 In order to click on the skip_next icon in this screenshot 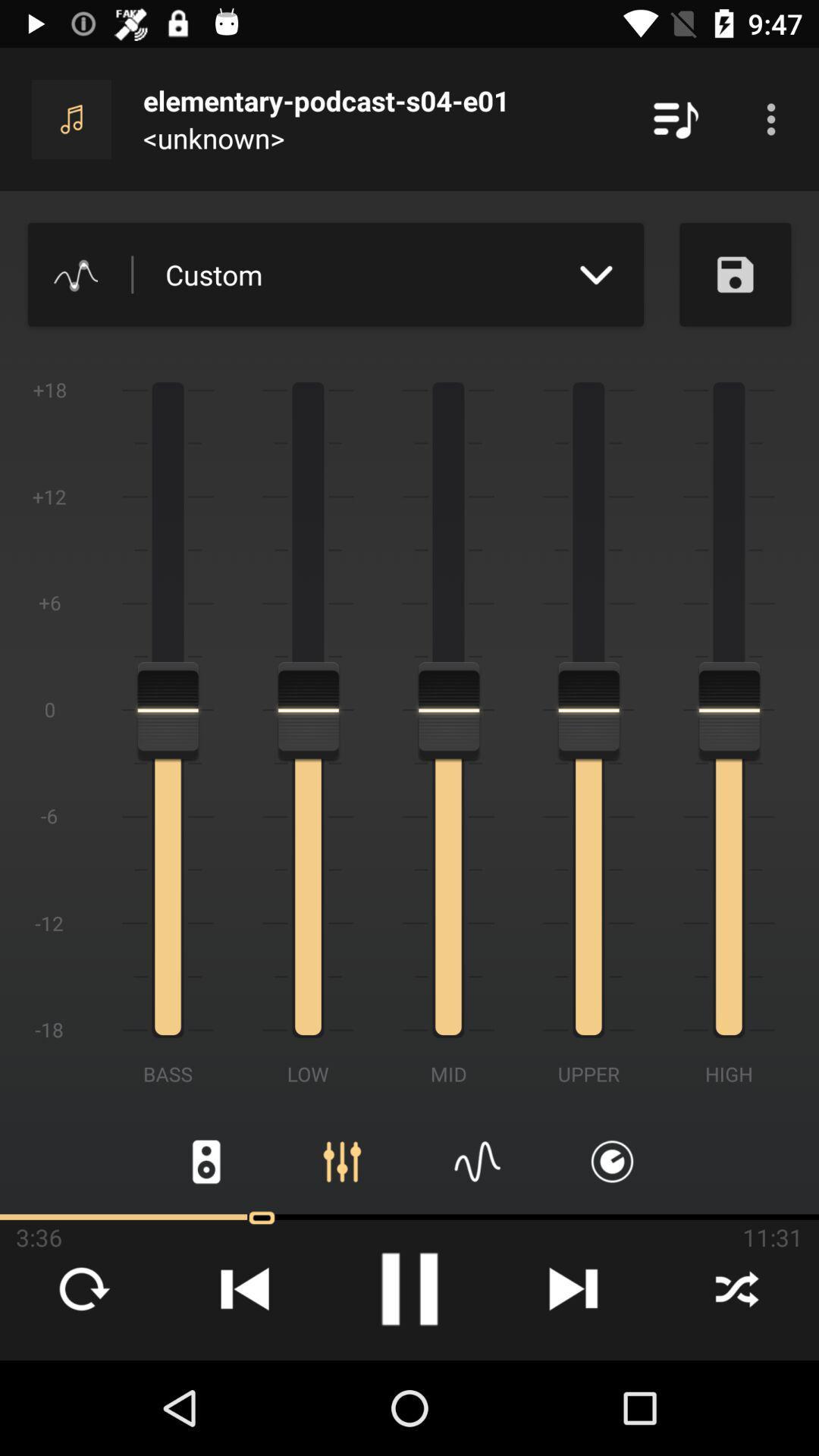, I will do `click(573, 1288)`.